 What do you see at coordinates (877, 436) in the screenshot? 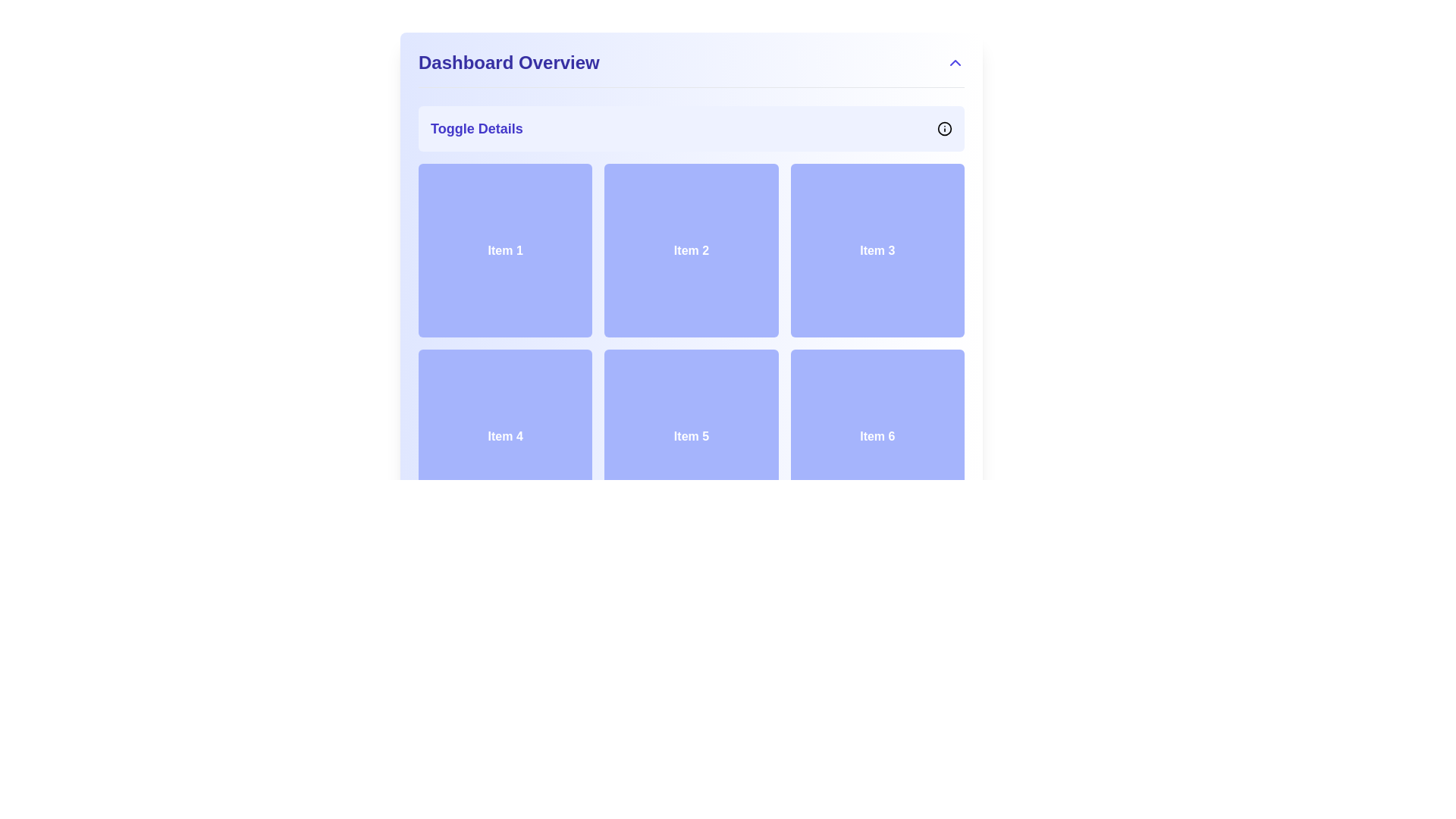
I see `the visual item box located in the bottom-right corner of the 3-column grid within the 'Dashboard Overview'` at bounding box center [877, 436].